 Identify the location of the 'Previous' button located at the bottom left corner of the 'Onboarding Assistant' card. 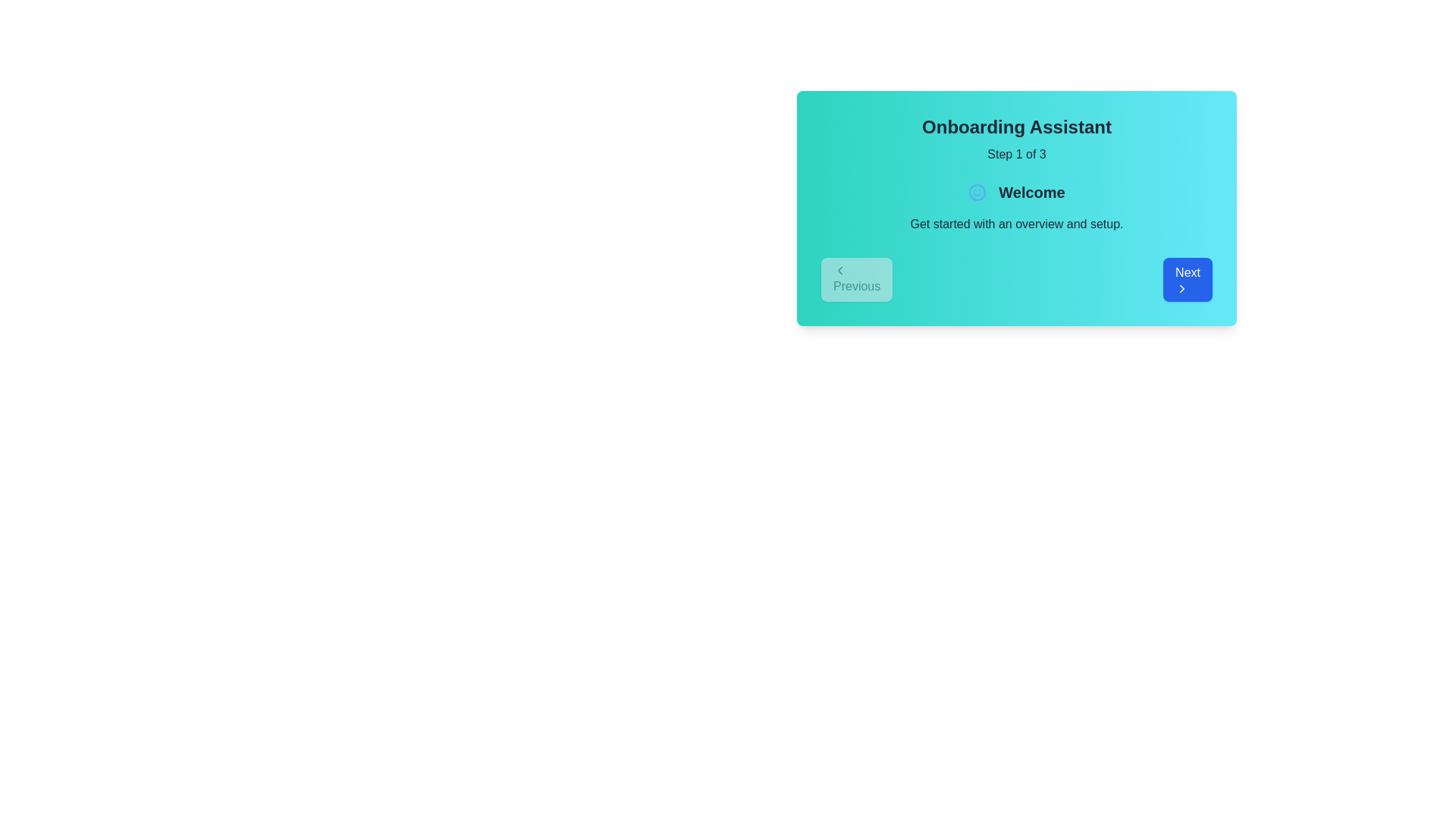
(856, 280).